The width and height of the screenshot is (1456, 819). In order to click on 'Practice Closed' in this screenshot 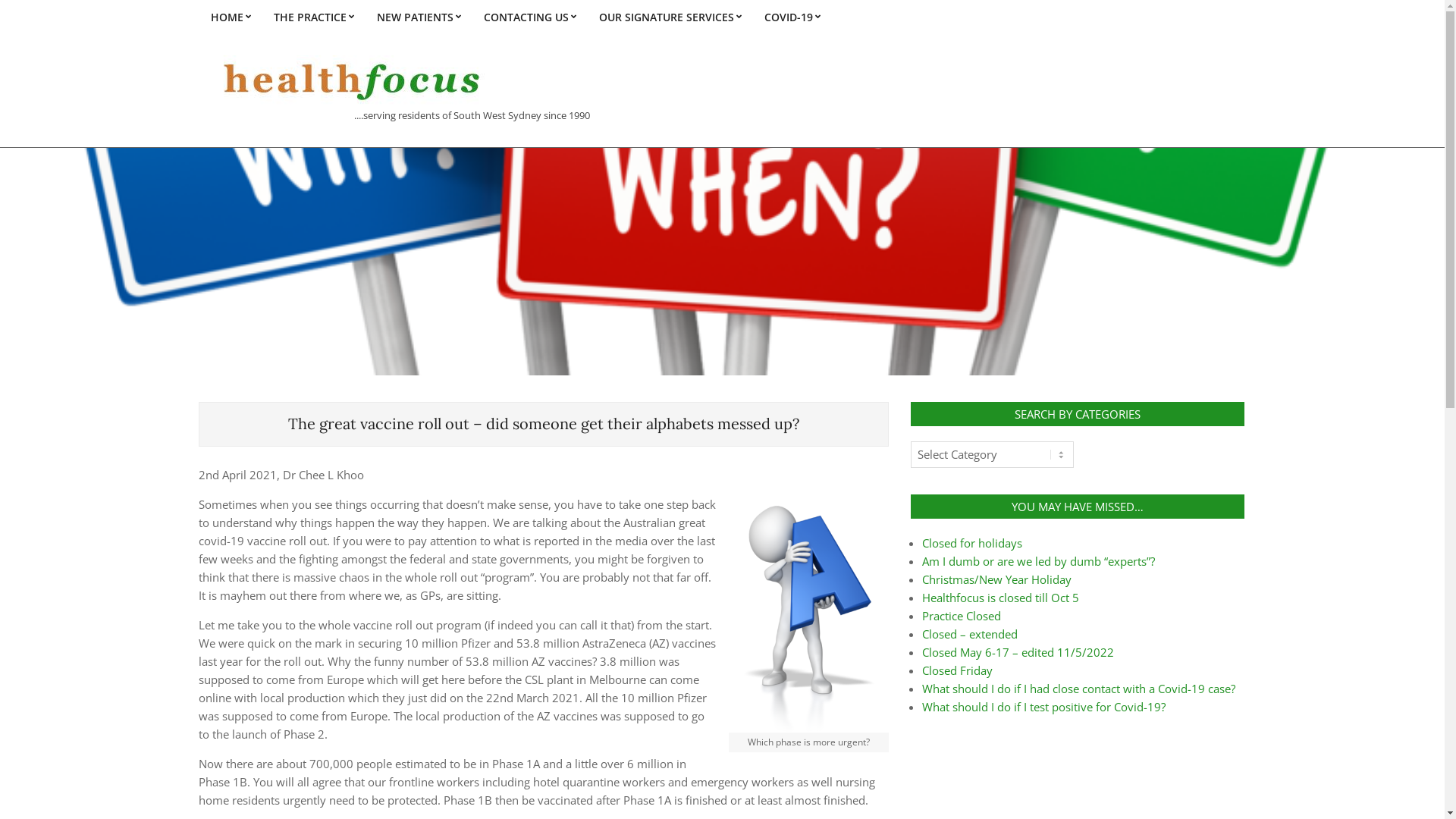, I will do `click(960, 616)`.